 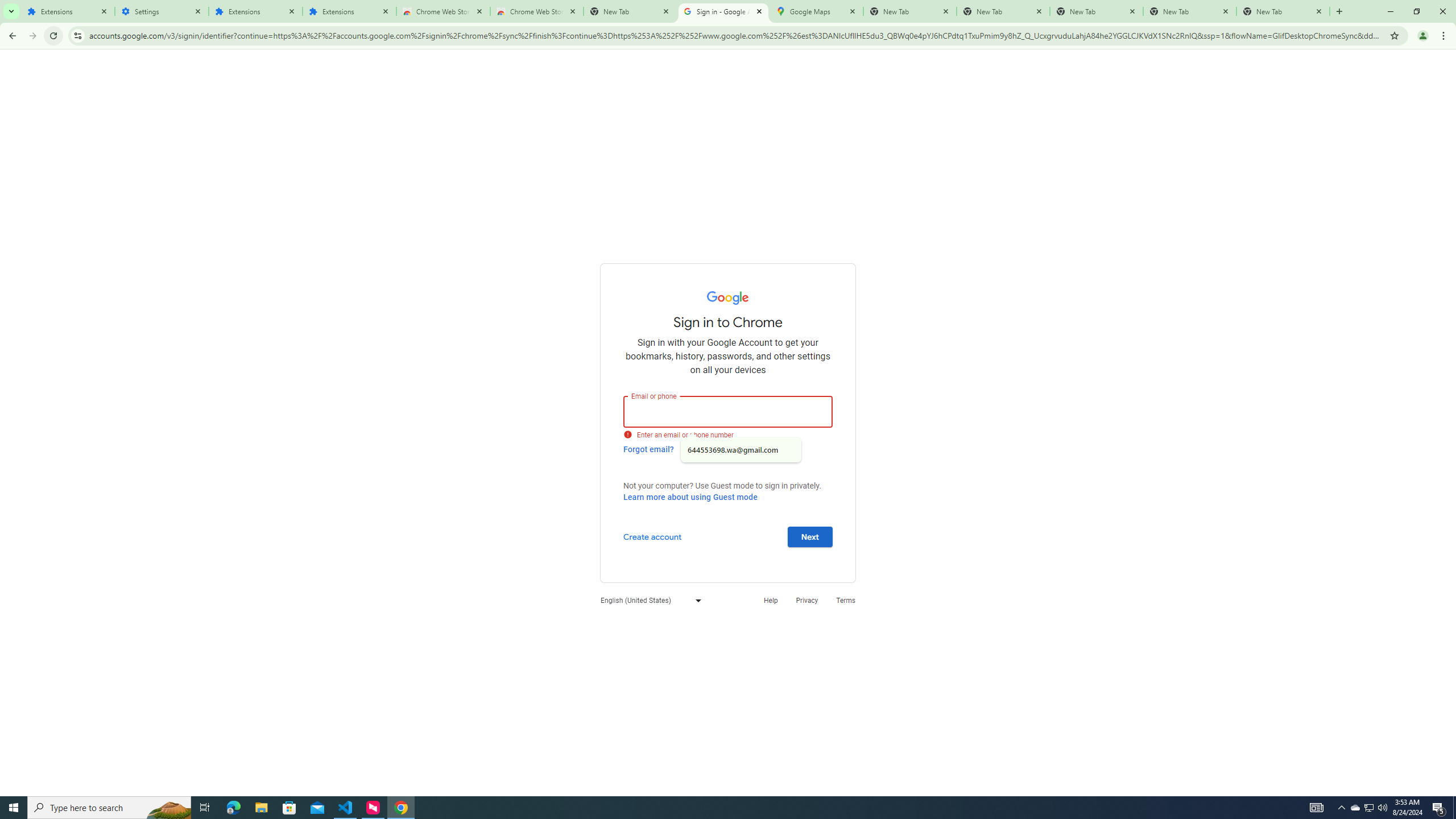 What do you see at coordinates (816, 11) in the screenshot?
I see `'Google Maps'` at bounding box center [816, 11].